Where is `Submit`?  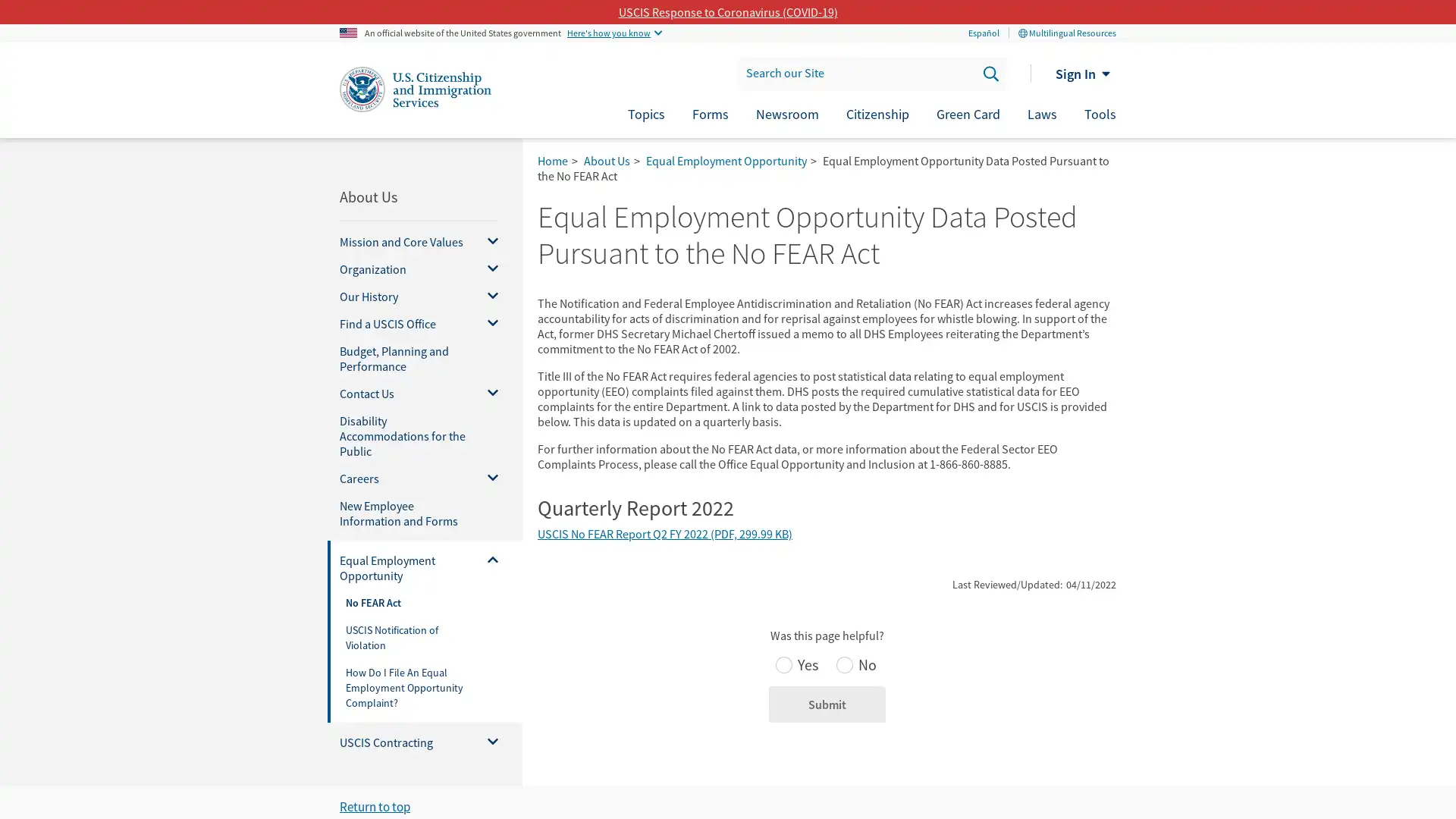
Submit is located at coordinates (825, 704).